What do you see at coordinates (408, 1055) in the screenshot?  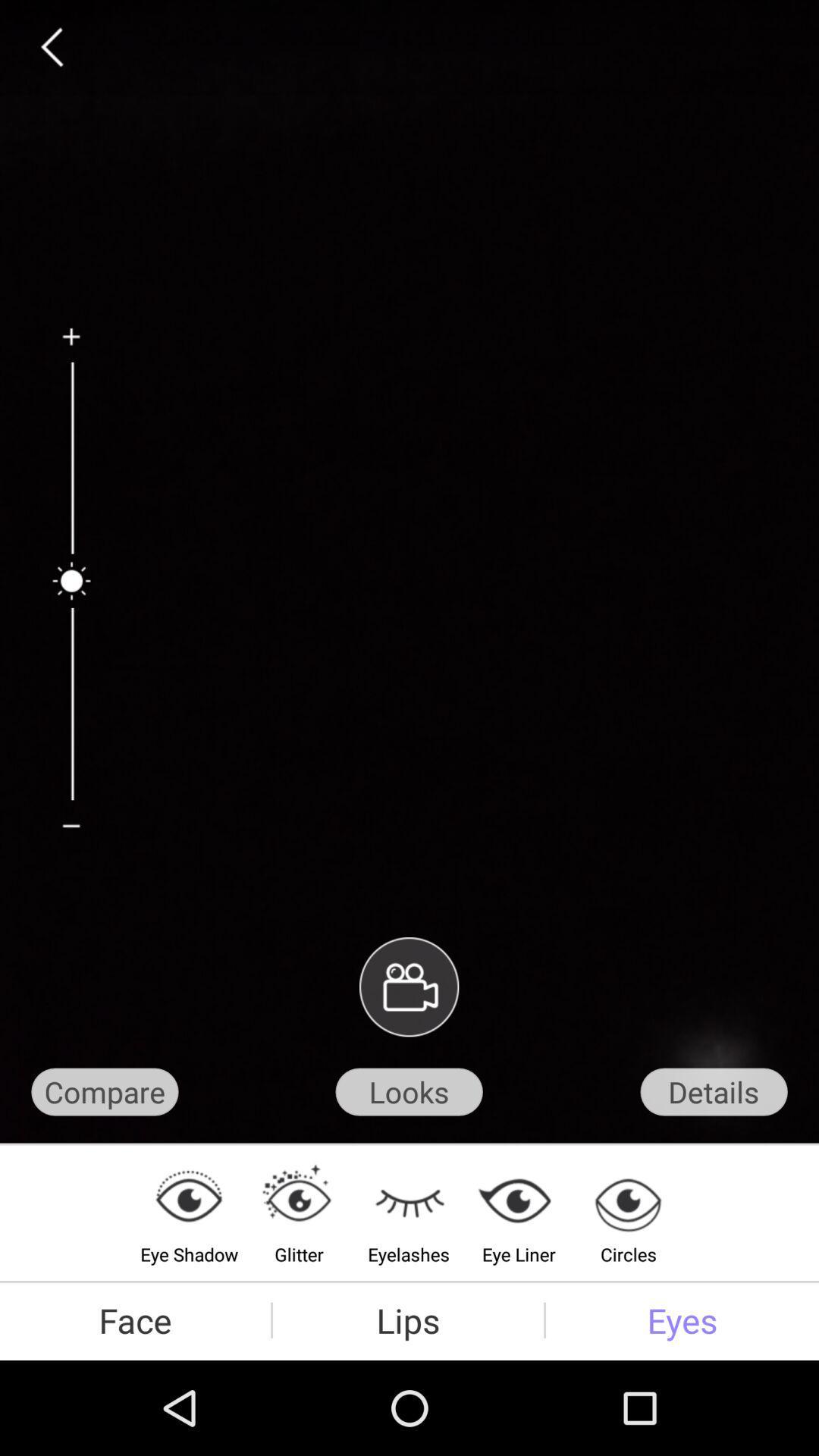 I see `the videocam icon` at bounding box center [408, 1055].